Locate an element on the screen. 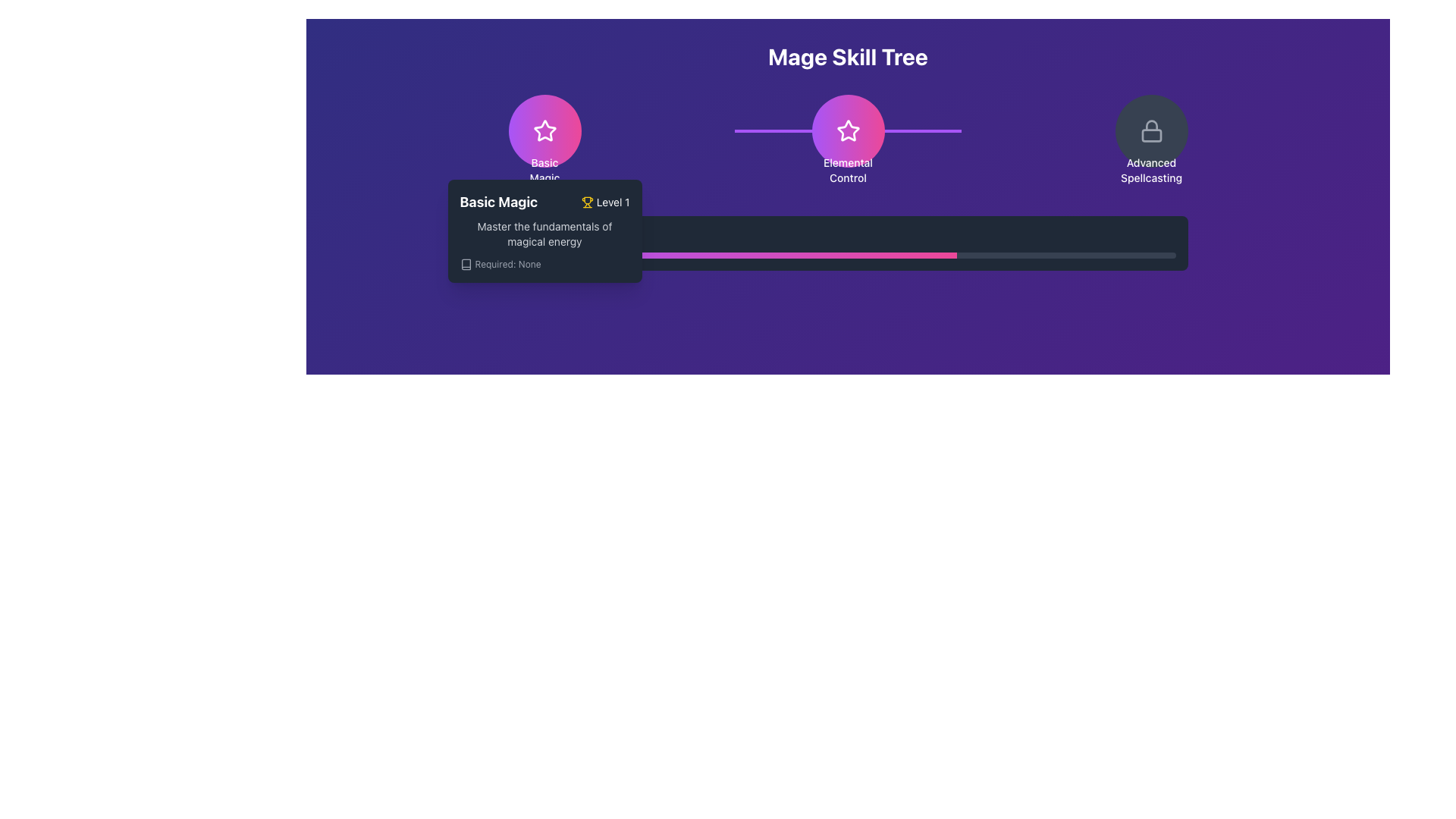 The height and width of the screenshot is (819, 1456). the associated 'Basic Magic' skill icon above the descriptive label by clicking on it is located at coordinates (544, 170).